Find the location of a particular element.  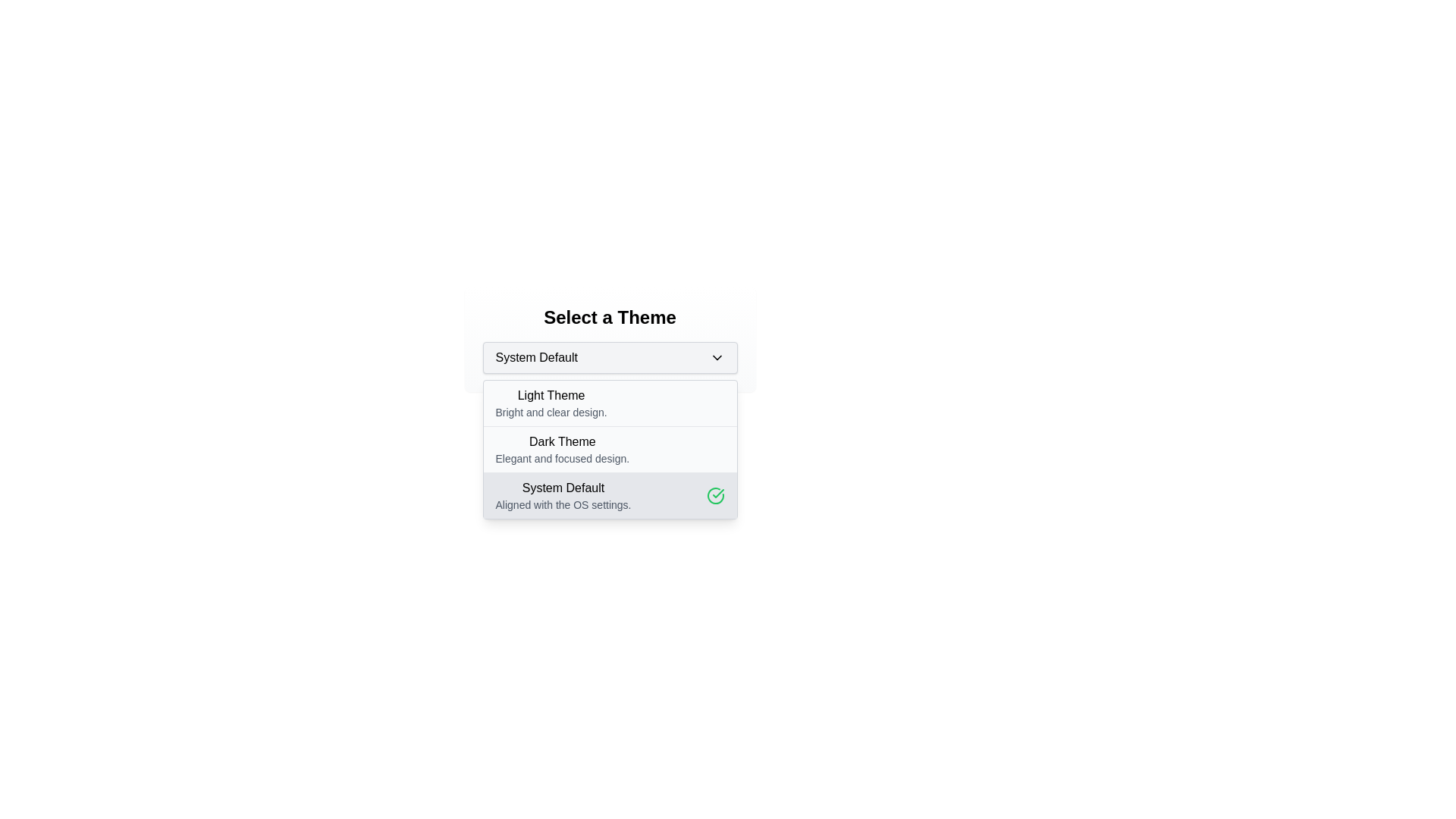

the text label providing additional descriptive information about the 'Light Theme' option, which is located below the 'Light Theme' text within a dropdown menu is located at coordinates (551, 412).